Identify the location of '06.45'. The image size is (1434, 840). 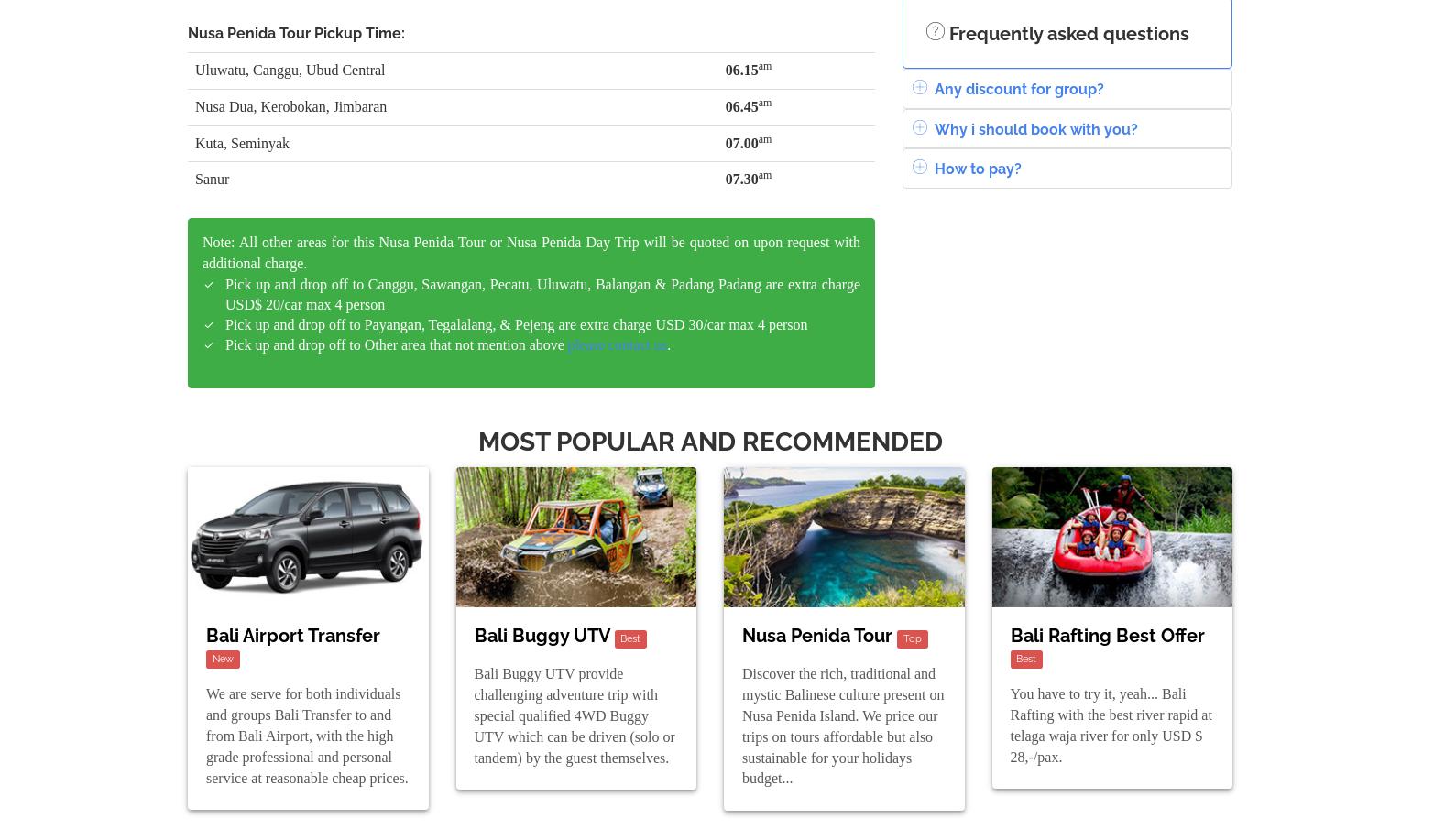
(739, 104).